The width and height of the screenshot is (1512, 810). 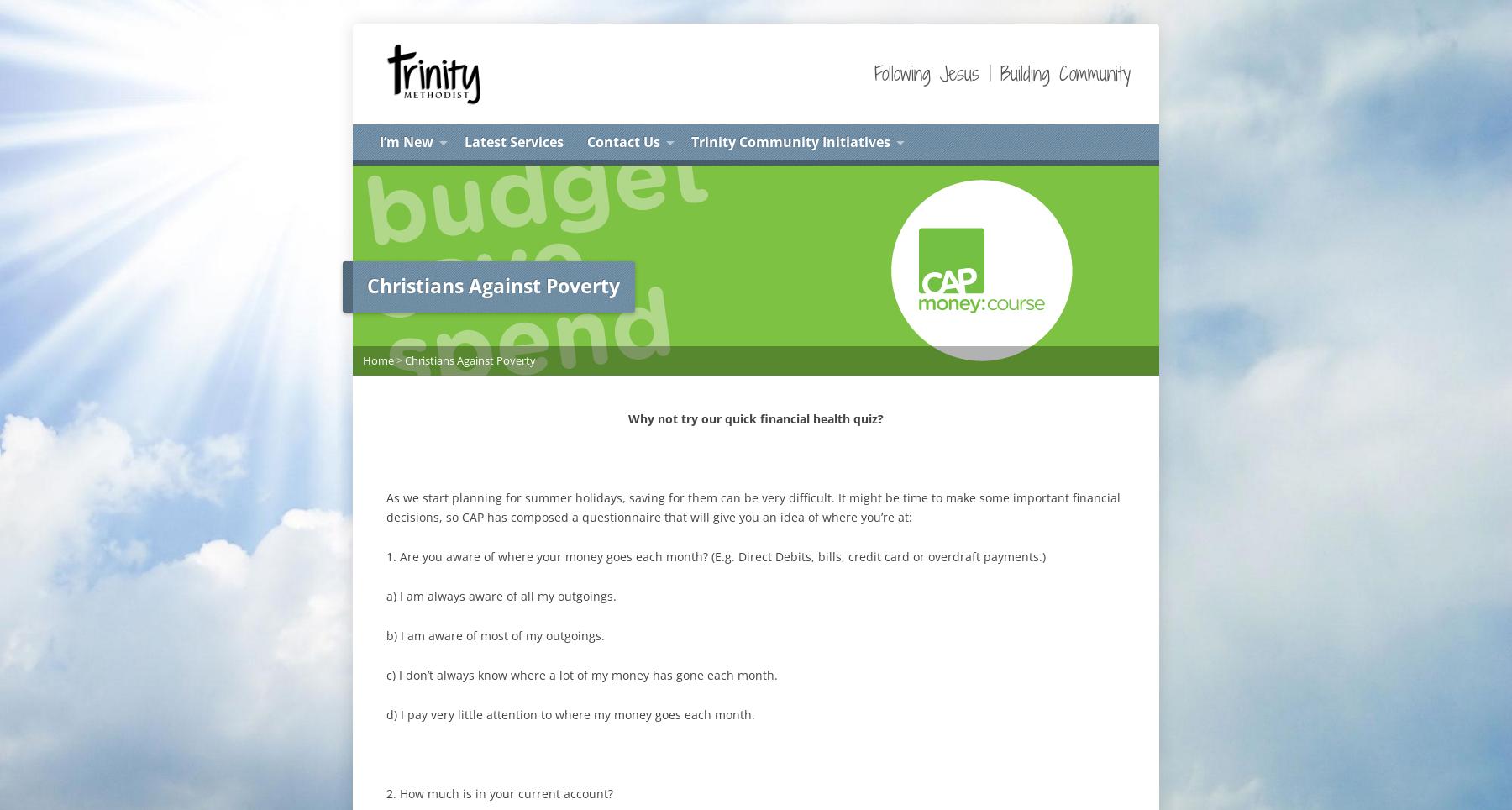 What do you see at coordinates (622, 140) in the screenshot?
I see `'Contact Us'` at bounding box center [622, 140].